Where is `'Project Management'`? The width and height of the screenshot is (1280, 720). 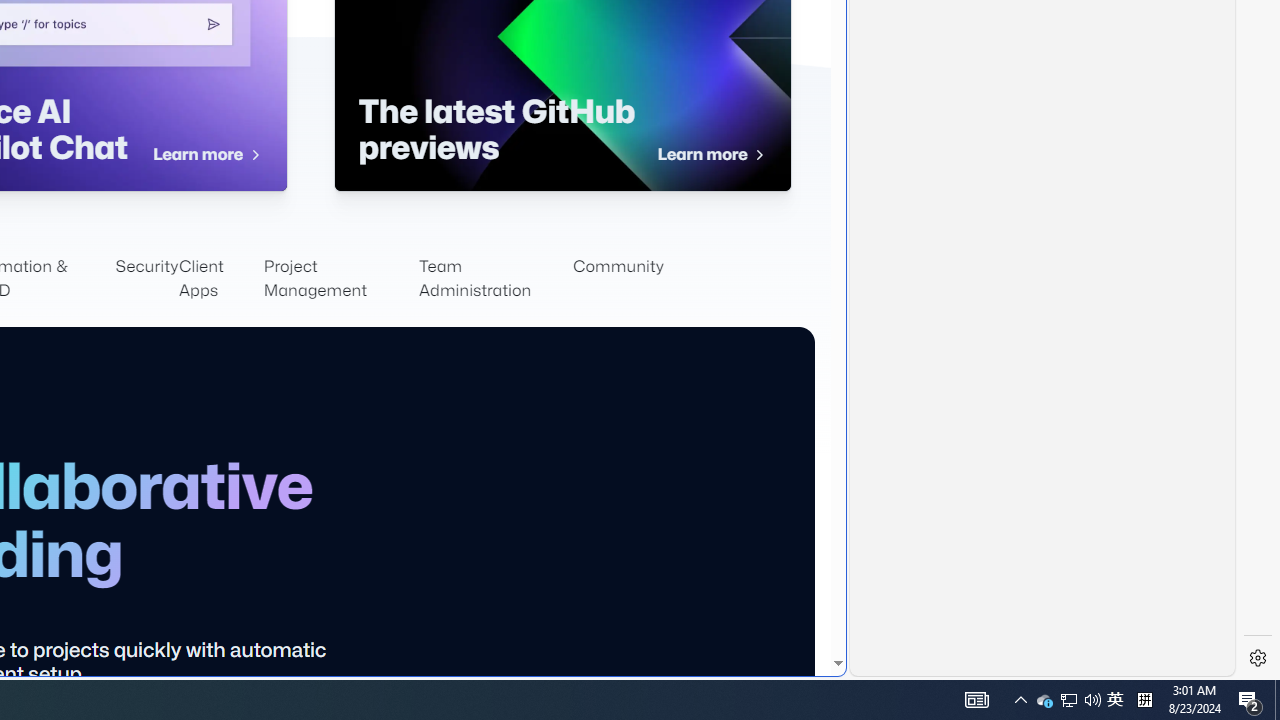
'Project Management' is located at coordinates (340, 279).